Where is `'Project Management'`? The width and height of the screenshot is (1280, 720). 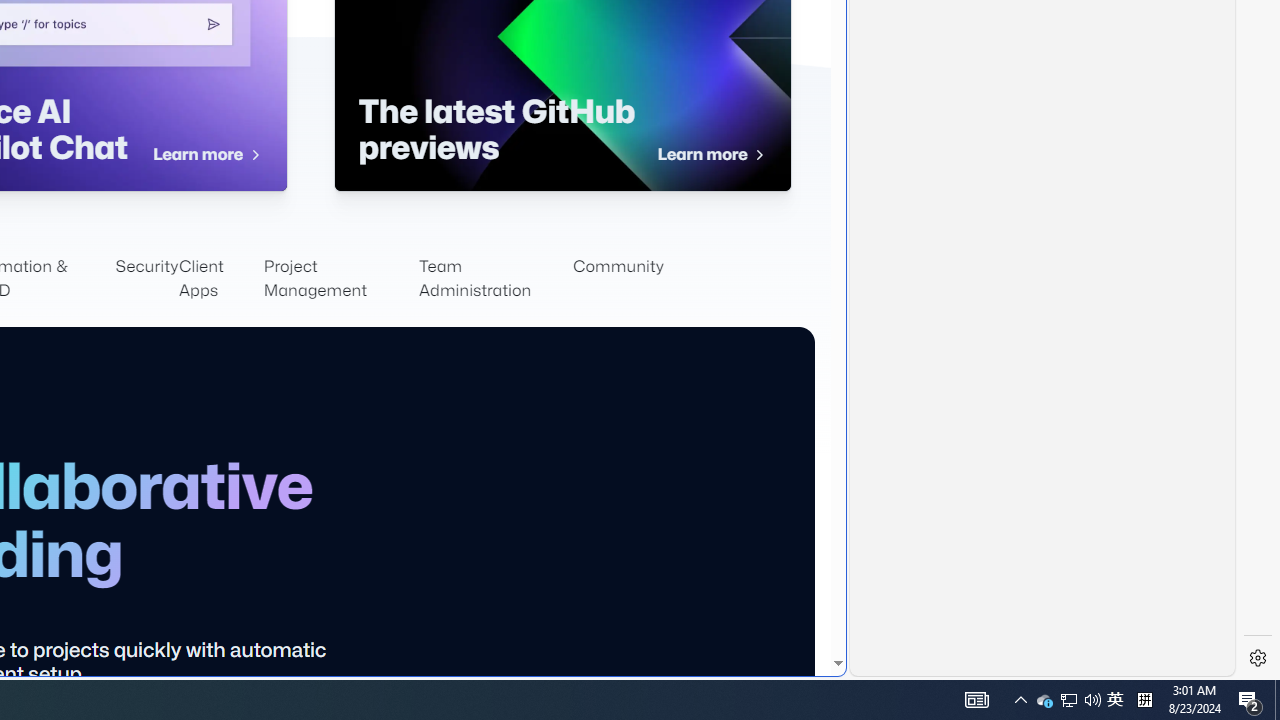
'Project Management' is located at coordinates (340, 279).